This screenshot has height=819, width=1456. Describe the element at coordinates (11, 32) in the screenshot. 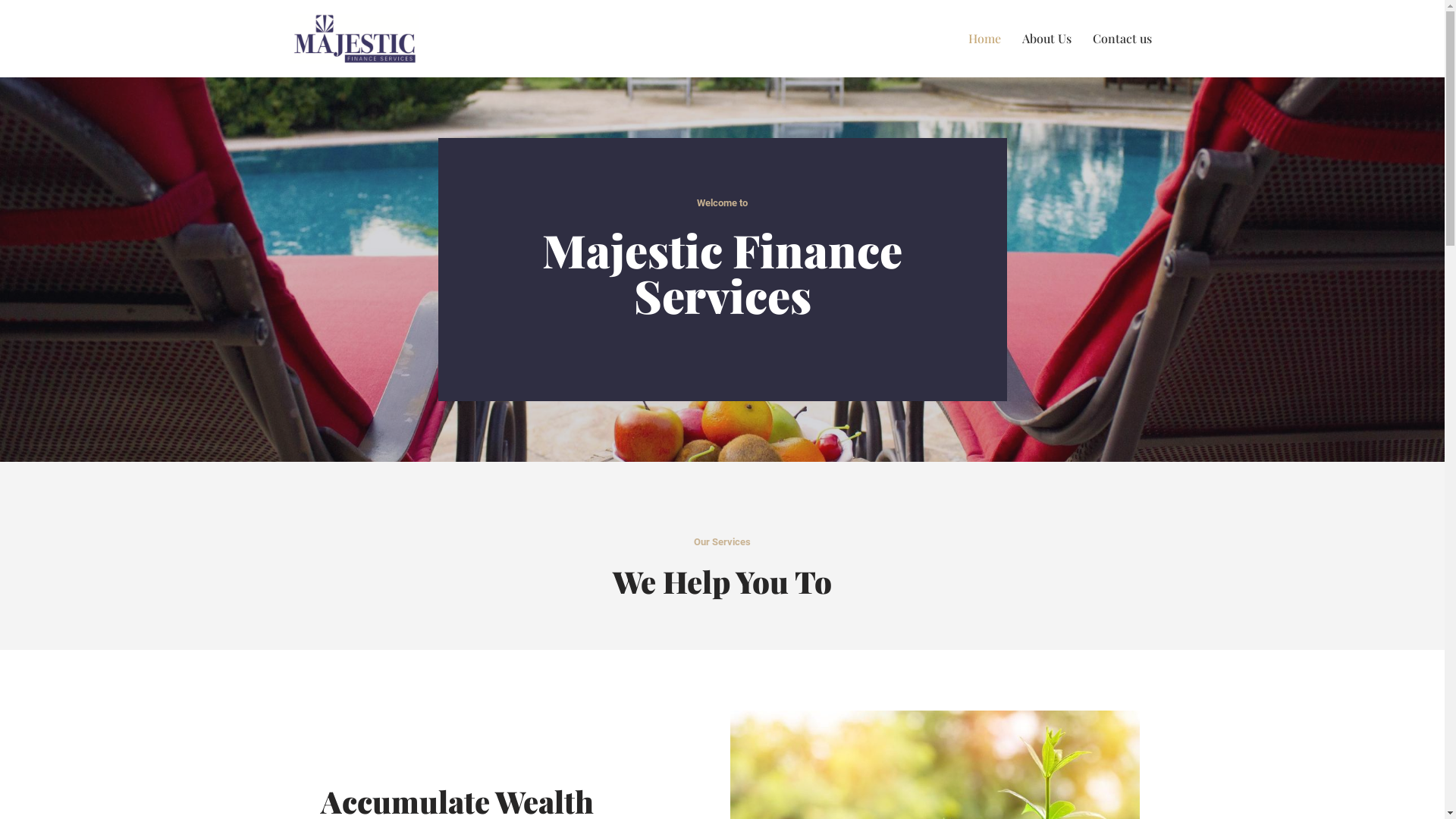

I see `'Skip to content'` at that location.